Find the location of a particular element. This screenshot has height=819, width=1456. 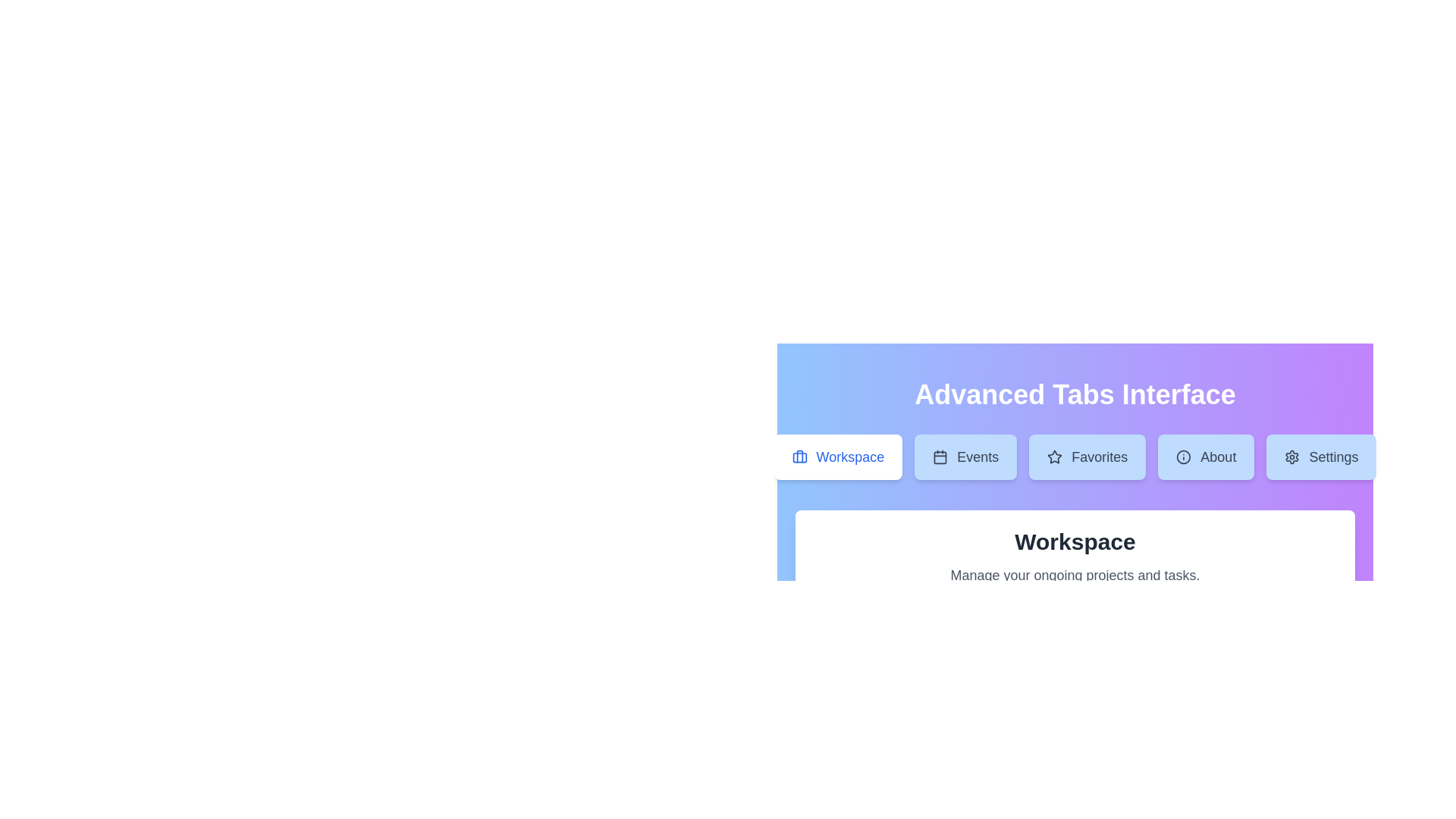

the outlined star icon located in the 'Favorites' tab, which is the third item in the horizontal list of tabs at the top of the interface, to interact with it is located at coordinates (1054, 456).